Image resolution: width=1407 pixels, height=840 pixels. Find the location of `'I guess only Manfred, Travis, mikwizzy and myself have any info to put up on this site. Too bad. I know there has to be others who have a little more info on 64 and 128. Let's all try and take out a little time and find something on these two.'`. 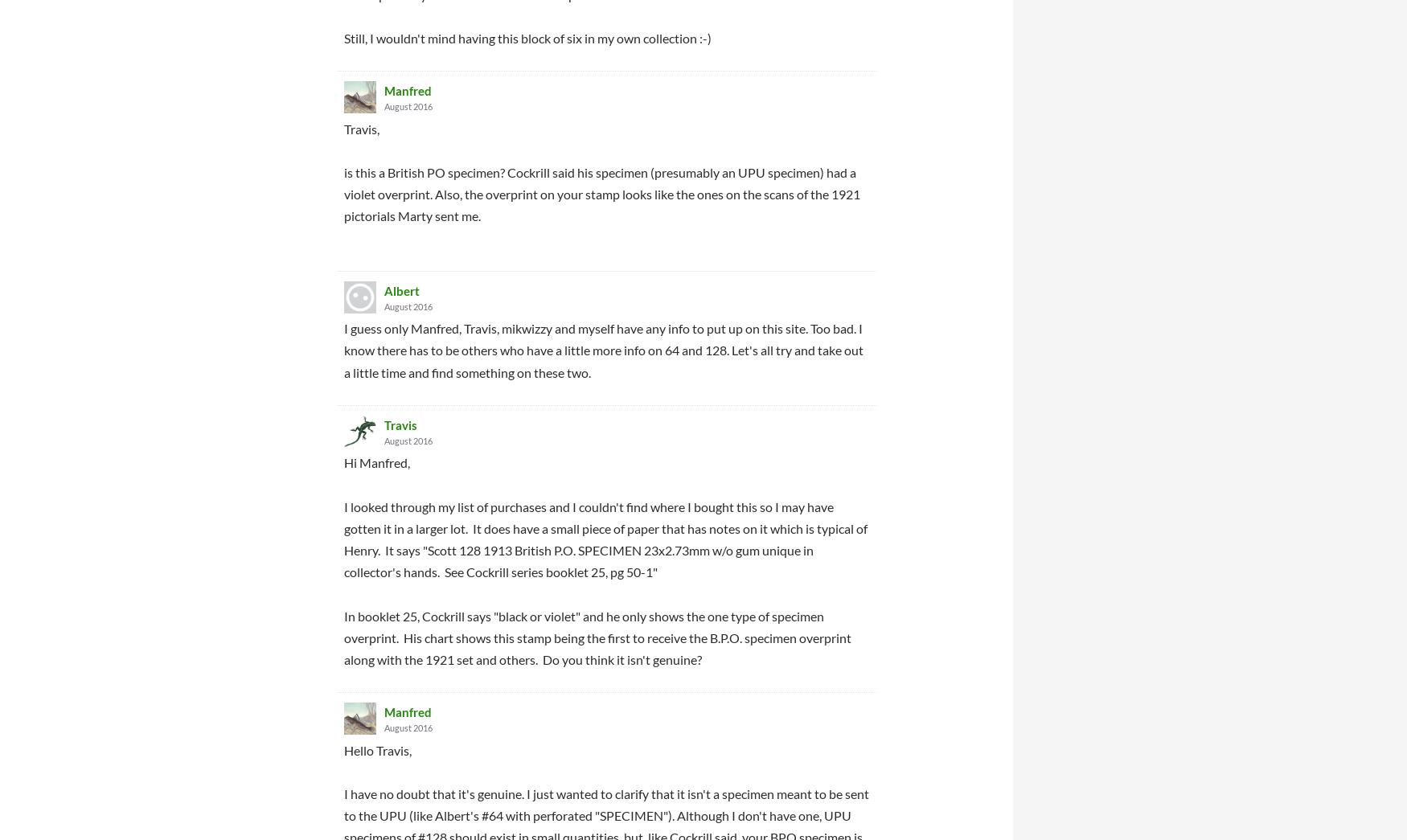

'I guess only Manfred, Travis, mikwizzy and myself have any info to put up on this site. Too bad. I know there has to be others who have a little more info on 64 and 128. Let's all try and take out a little time and find something on these two.' is located at coordinates (603, 350).